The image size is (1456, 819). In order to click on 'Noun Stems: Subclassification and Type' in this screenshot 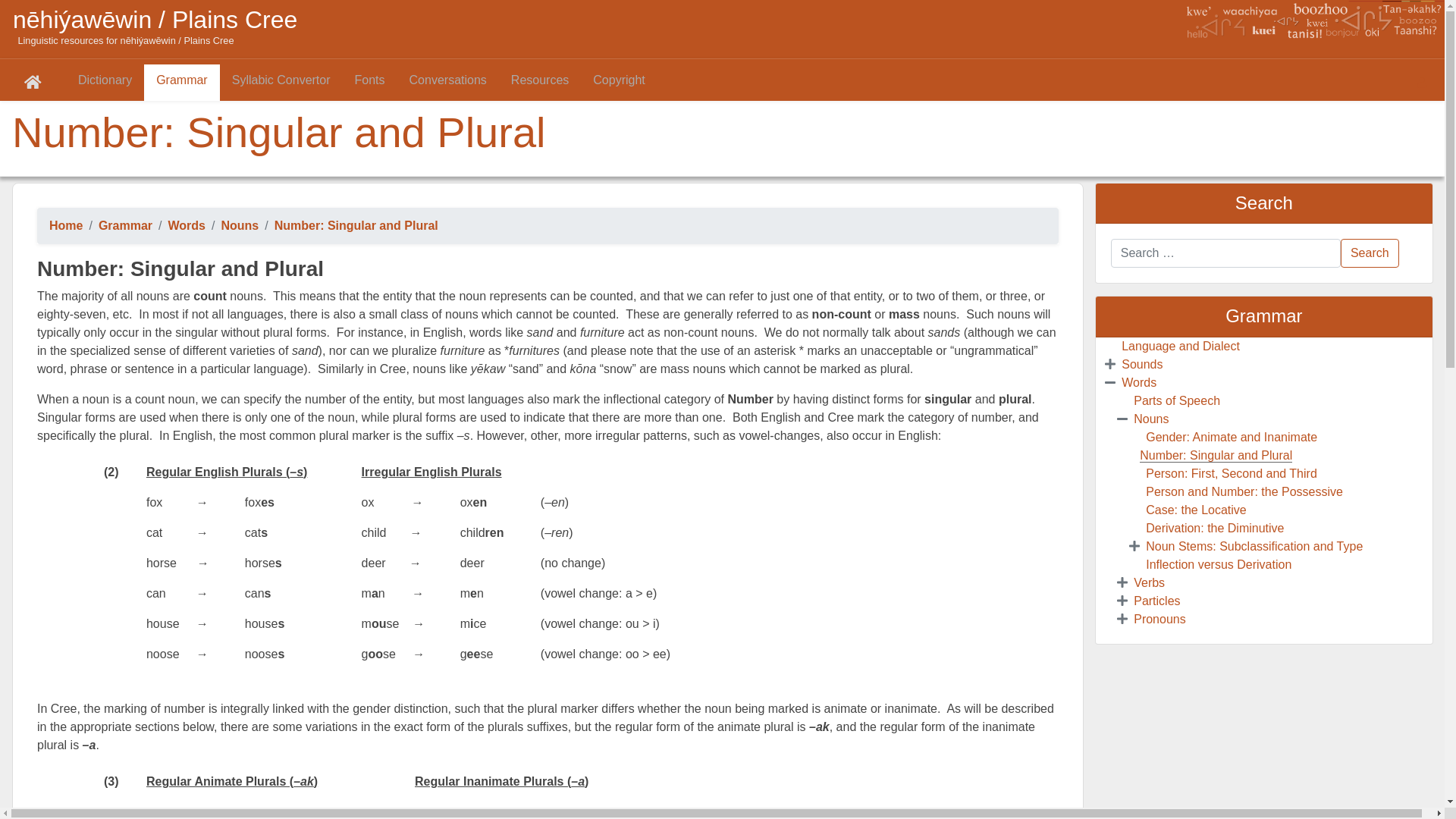, I will do `click(1254, 546)`.